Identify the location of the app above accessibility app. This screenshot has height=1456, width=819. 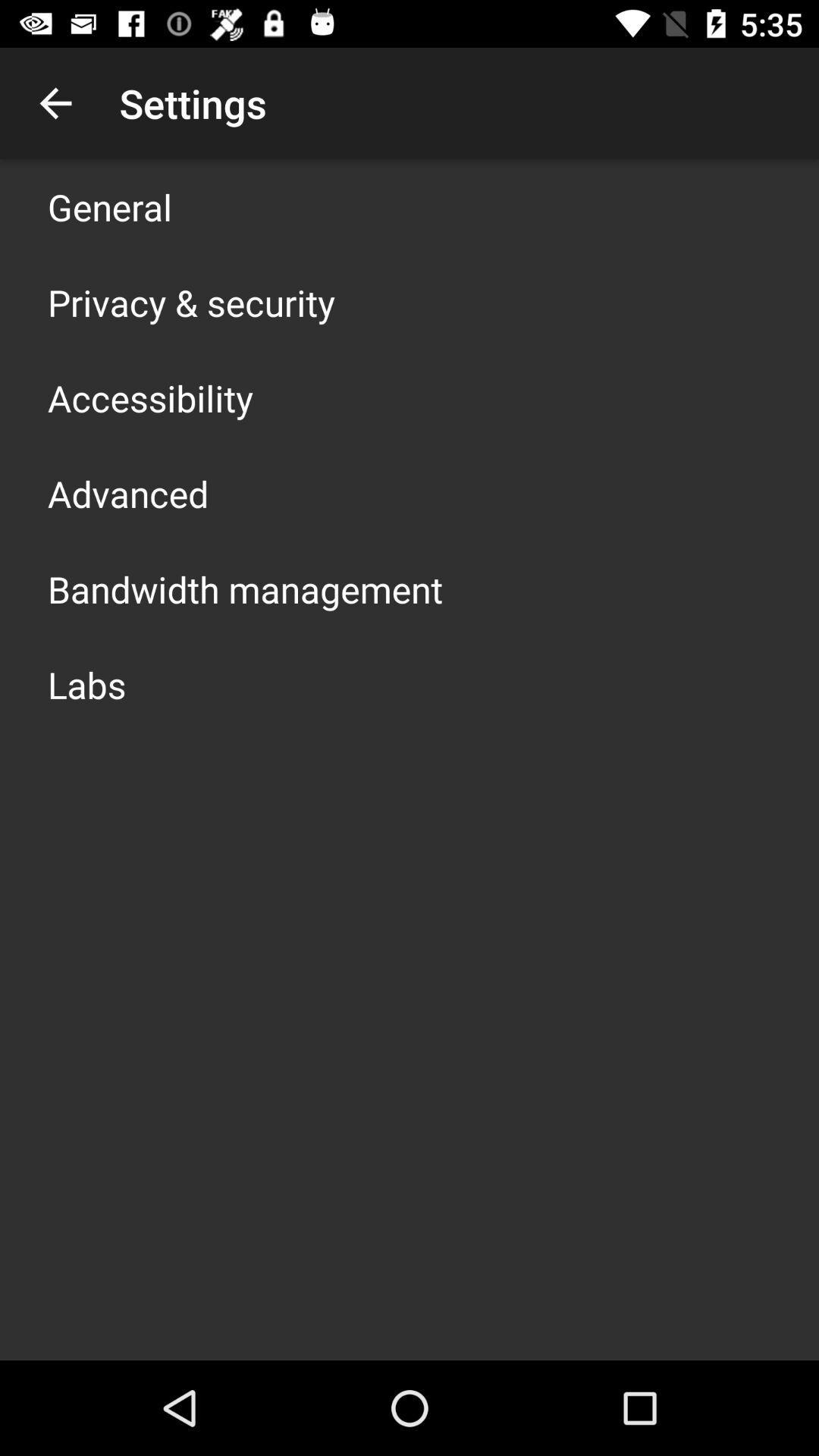
(190, 302).